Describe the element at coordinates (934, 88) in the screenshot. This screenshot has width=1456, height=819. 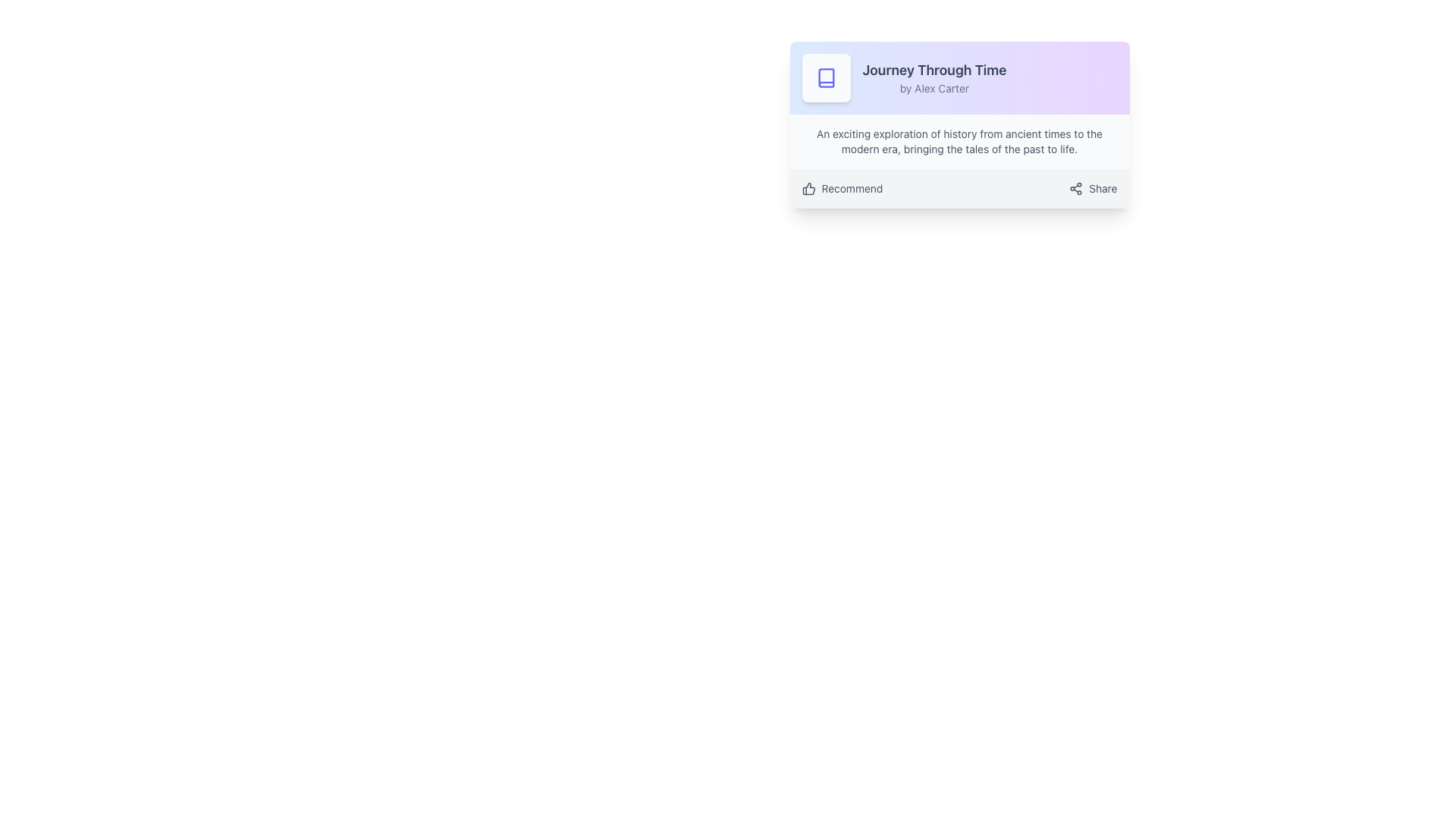
I see `the informational text element that provides author attribution, located below the title 'Journey Through Time' in the card interface` at that location.